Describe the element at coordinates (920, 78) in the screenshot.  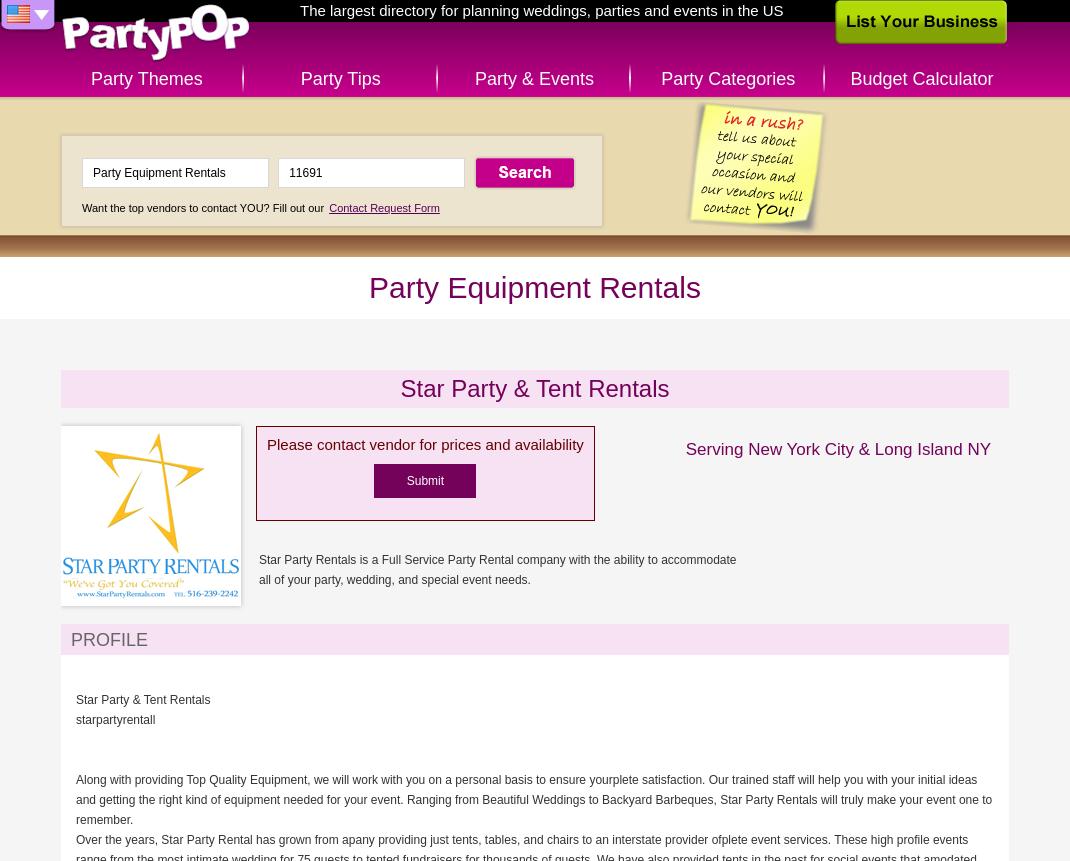
I see `'Budget Calculator'` at that location.